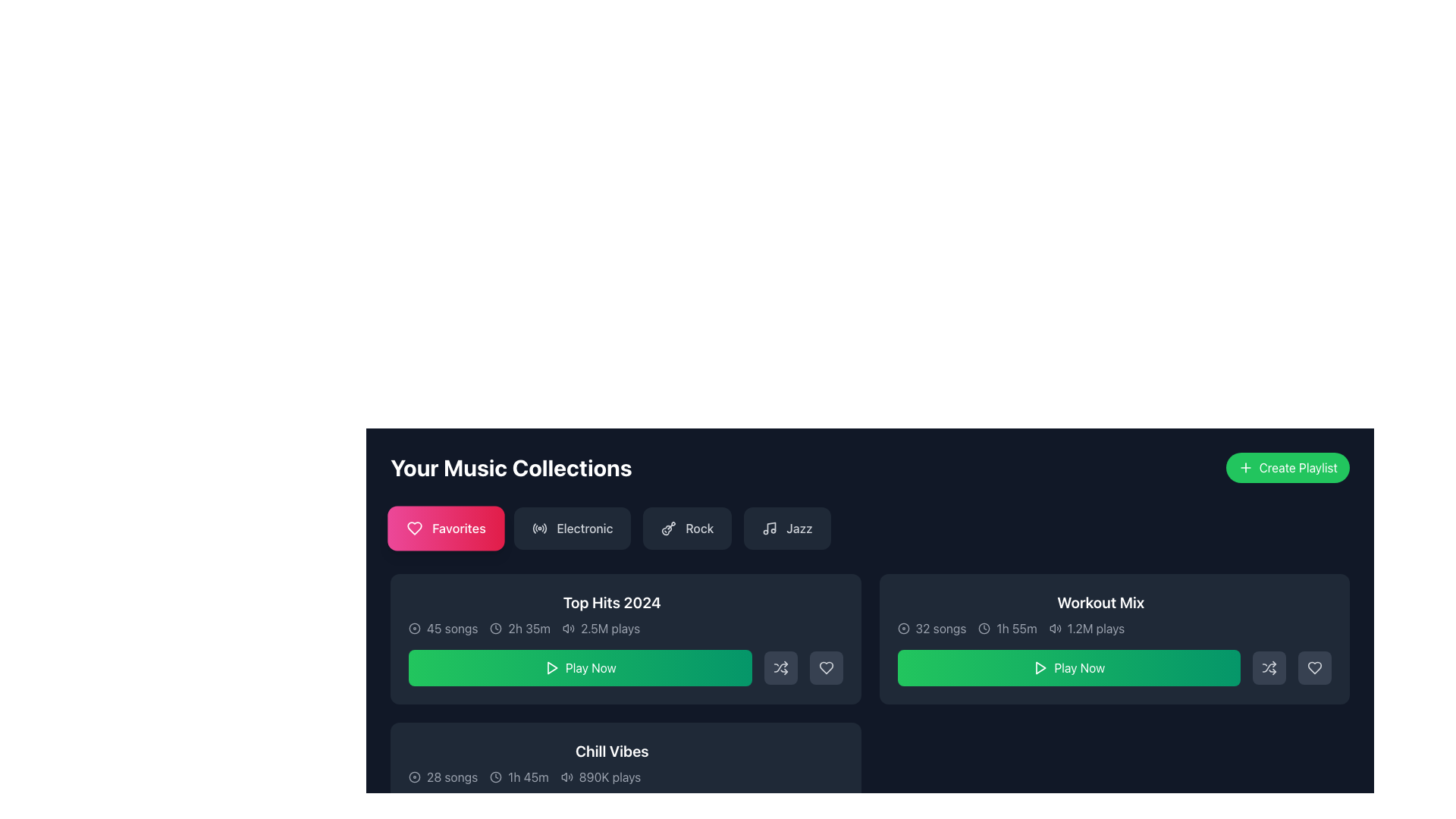 This screenshot has height=819, width=1456. What do you see at coordinates (984, 629) in the screenshot?
I see `the static icon representing a time duration located to the left of the text '1h 55m' in the 'Workout Mix' panel under the 'Your Music Collections' section` at bounding box center [984, 629].